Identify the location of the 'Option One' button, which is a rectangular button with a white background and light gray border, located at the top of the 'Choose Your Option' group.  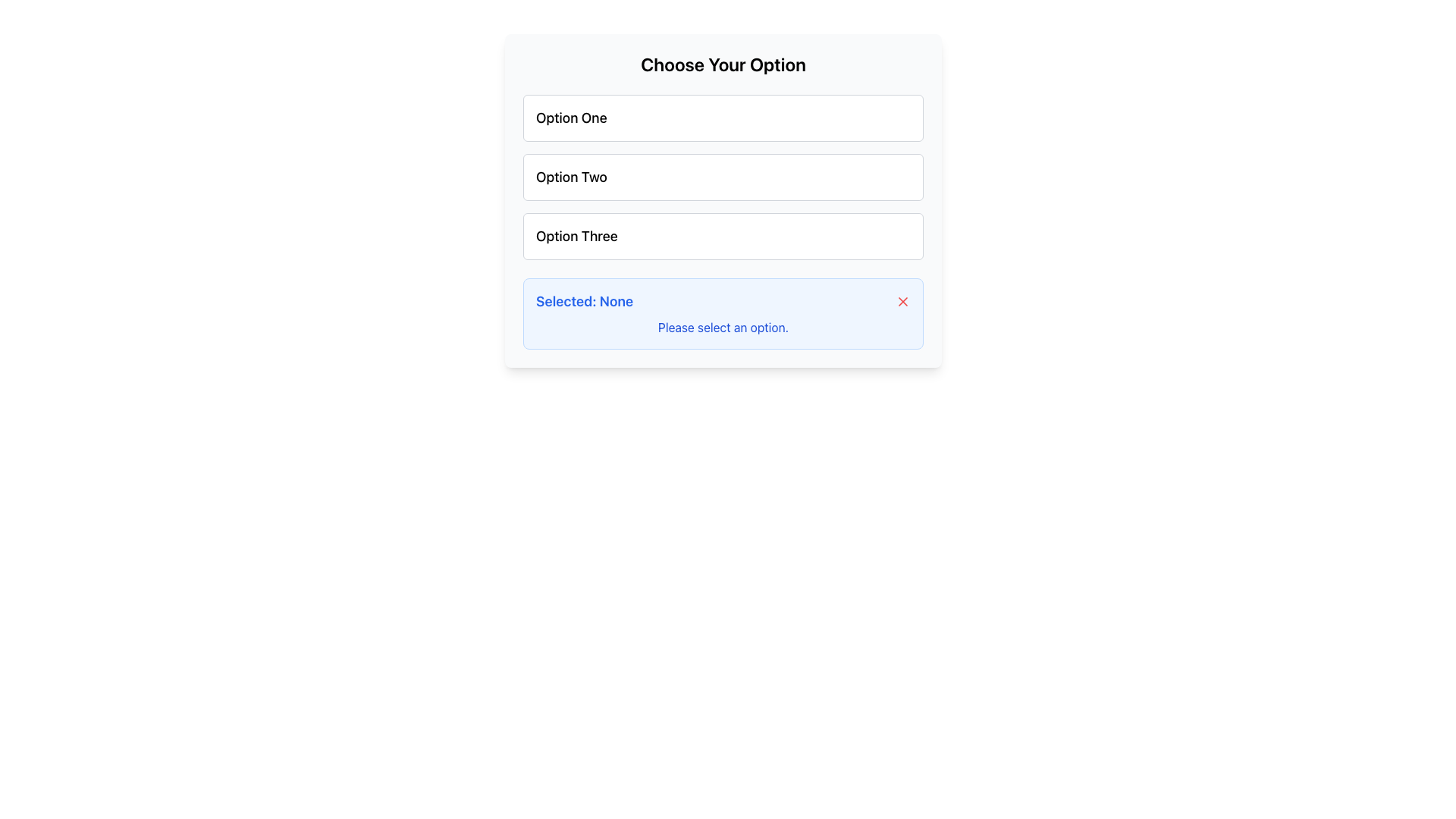
(723, 117).